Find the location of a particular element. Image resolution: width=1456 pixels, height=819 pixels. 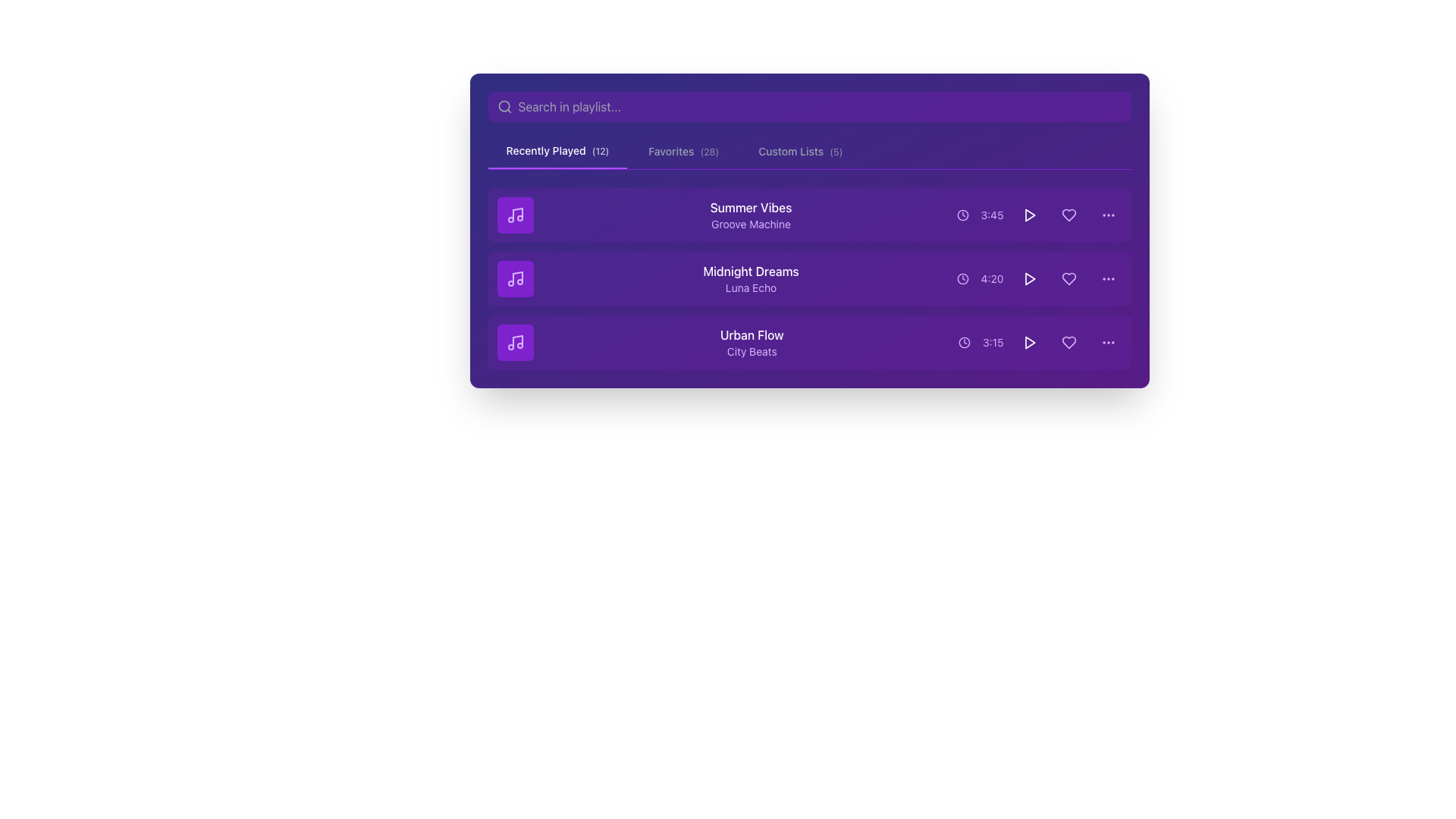

the small textual label displaying the text '(5)' in grayish color next to the 'Custom Lists' tab title is located at coordinates (835, 152).